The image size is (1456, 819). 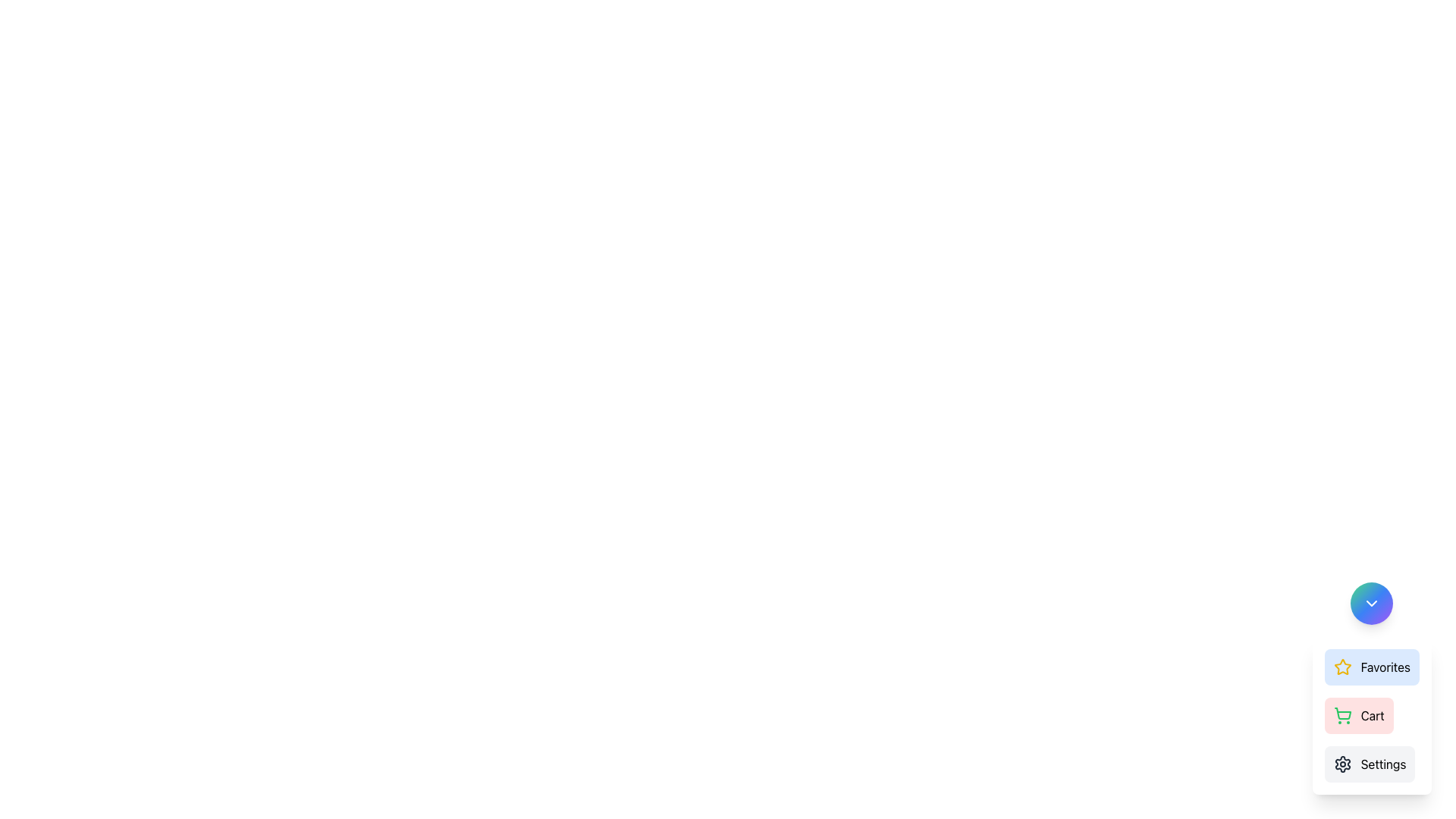 I want to click on the shopping cart icon located in the vertical menu between 'Favorites' and 'Settings', so click(x=1342, y=714).